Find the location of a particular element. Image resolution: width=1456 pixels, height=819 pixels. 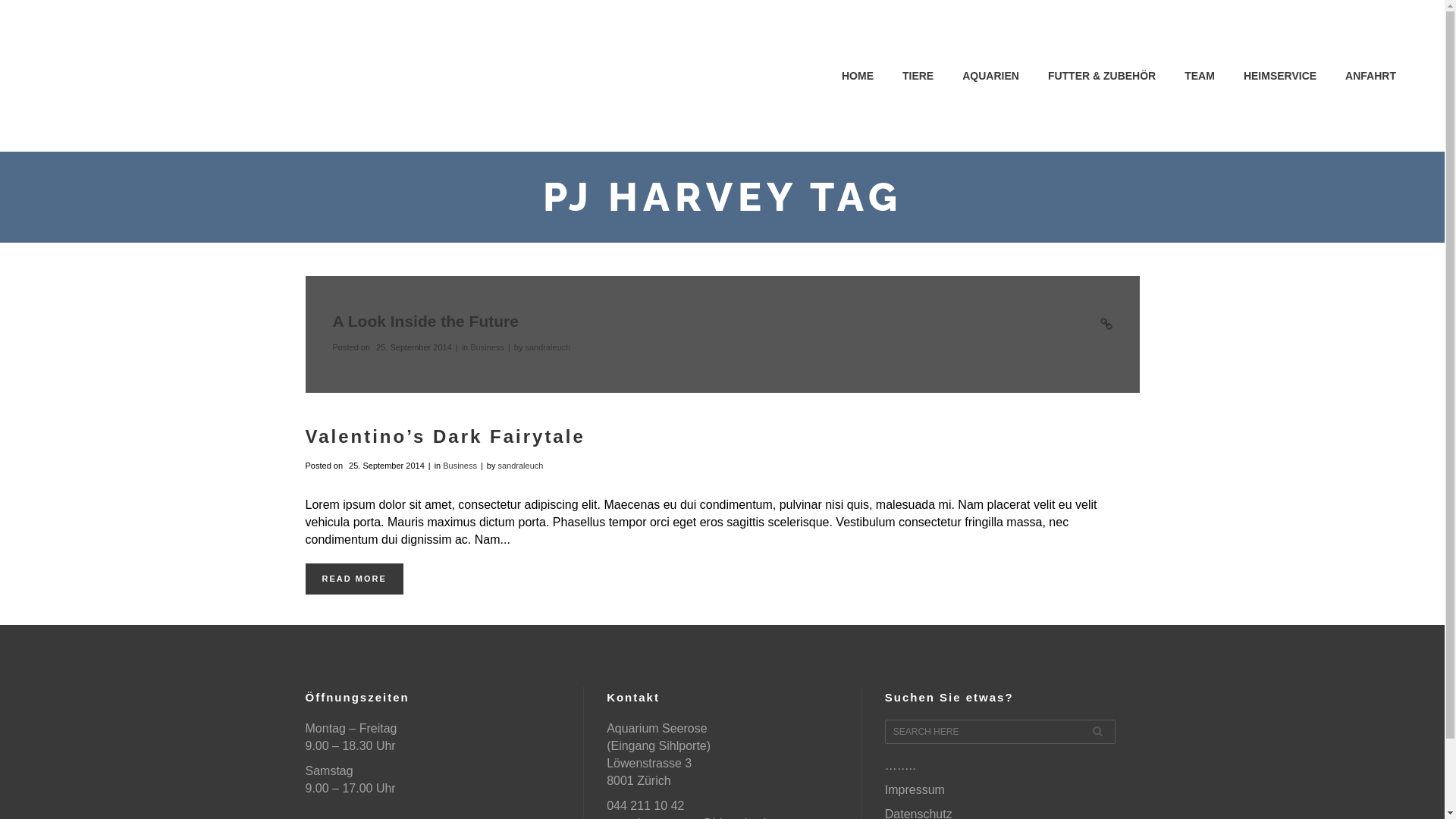

'HEIMSERVICE' is located at coordinates (1279, 76).